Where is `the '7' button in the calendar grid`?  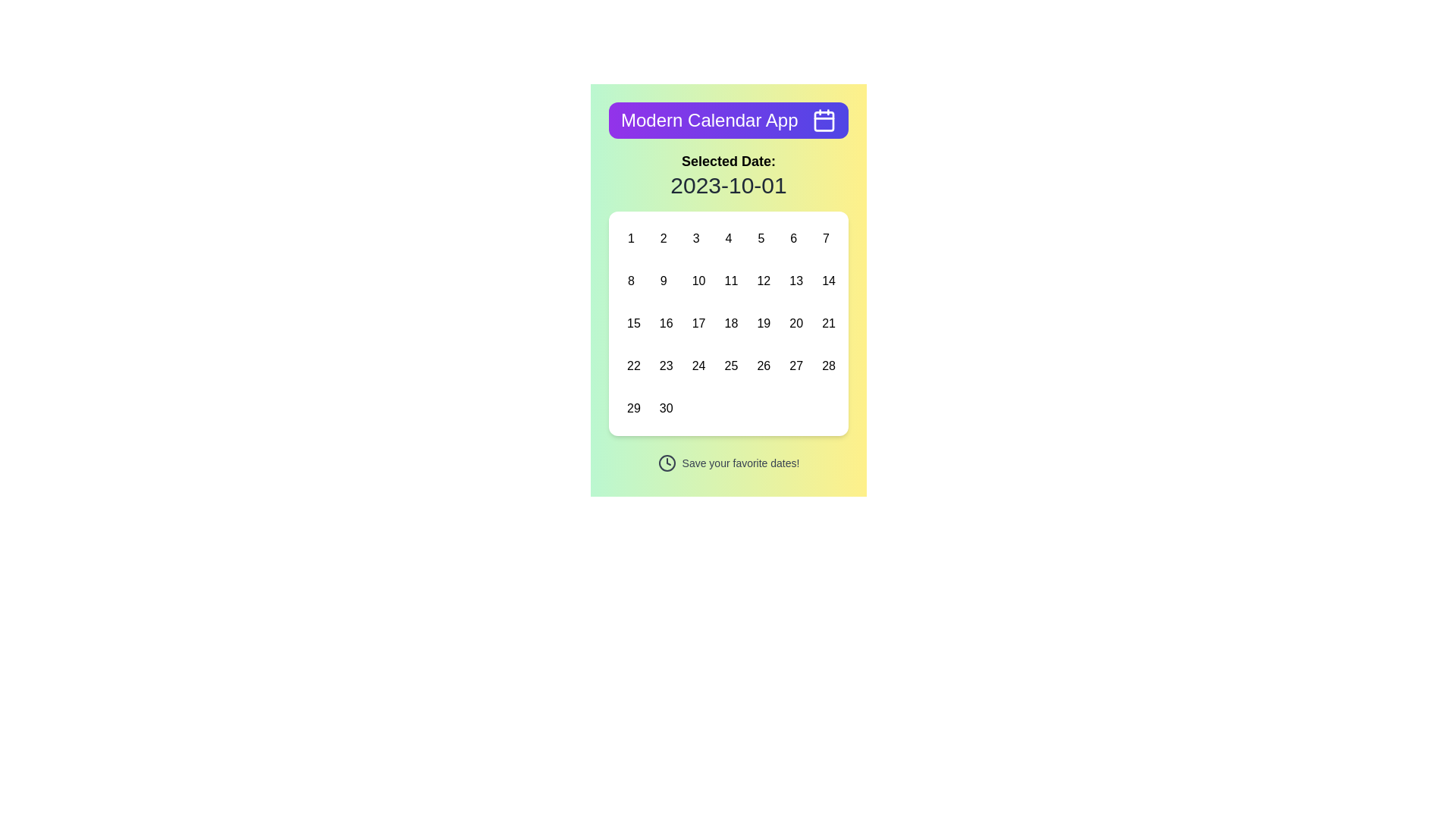
the '7' button in the calendar grid is located at coordinates (825, 239).